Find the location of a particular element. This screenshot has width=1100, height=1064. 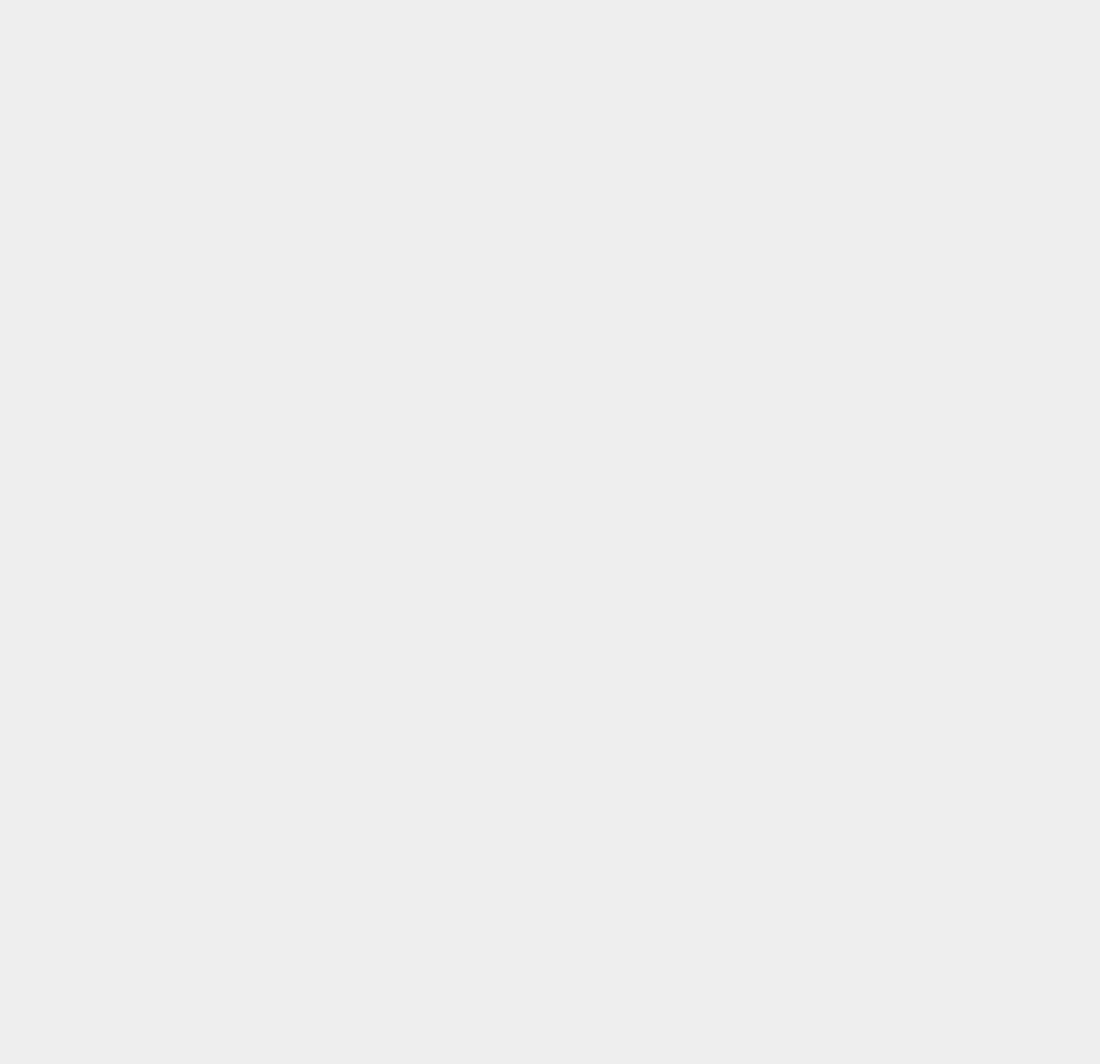

'Speakers' is located at coordinates (806, 1051).